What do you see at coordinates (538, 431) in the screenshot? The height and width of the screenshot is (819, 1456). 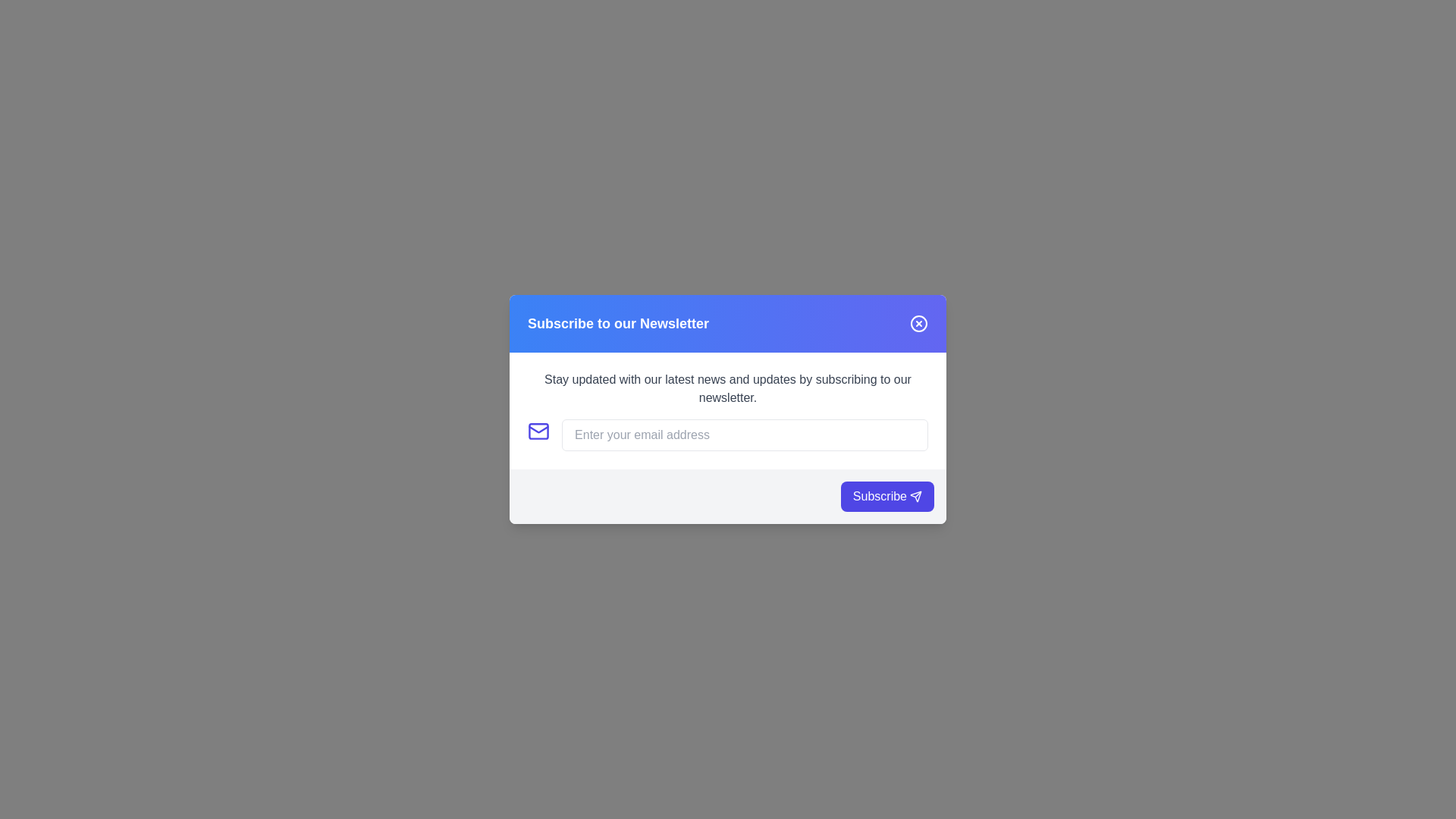 I see `the email icon next to the input field` at bounding box center [538, 431].